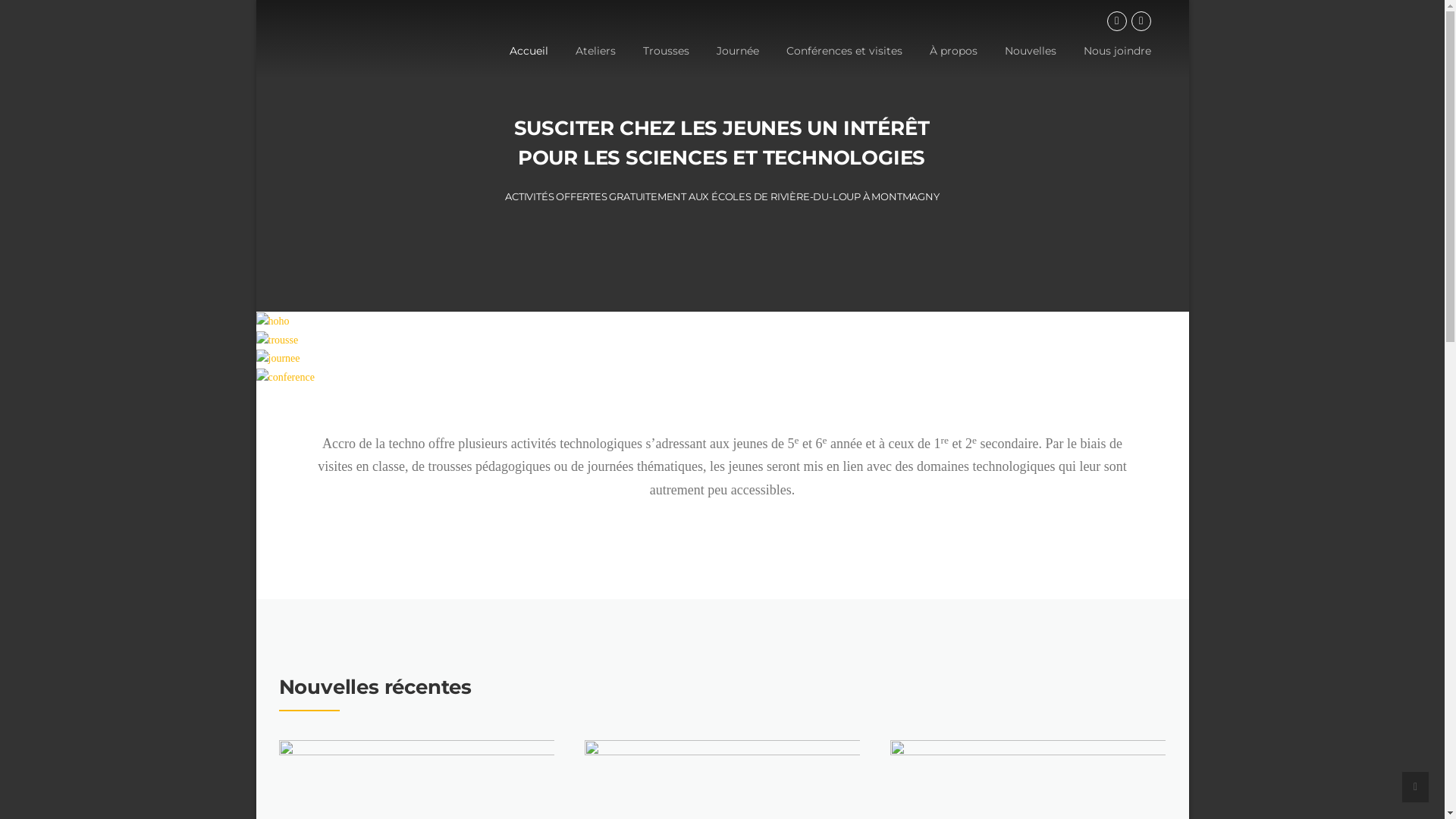  Describe the element at coordinates (256, 376) in the screenshot. I see `'conference'` at that location.